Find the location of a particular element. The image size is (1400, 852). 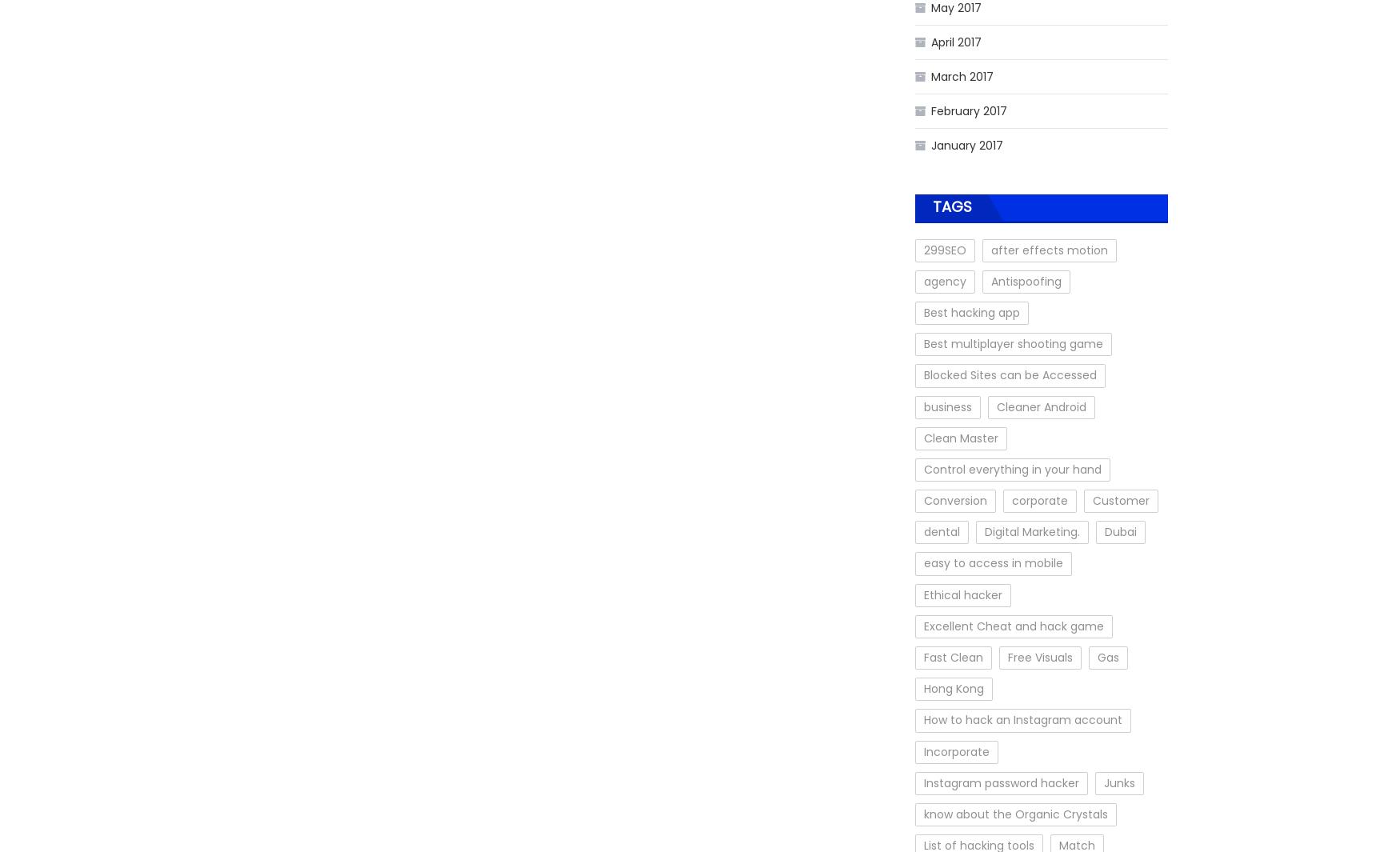

'Blocked Sites can be Accessed' is located at coordinates (1009, 374).